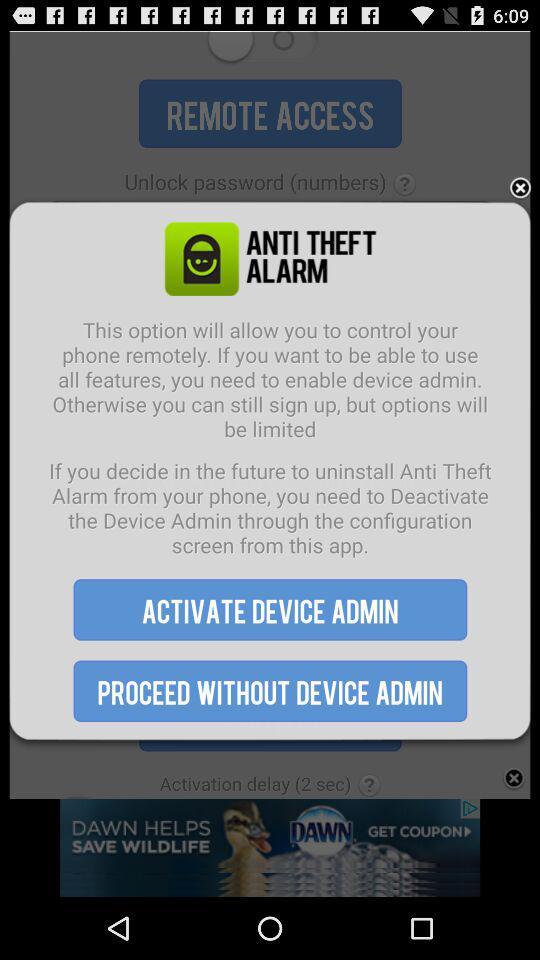  What do you see at coordinates (520, 201) in the screenshot?
I see `the close icon` at bounding box center [520, 201].